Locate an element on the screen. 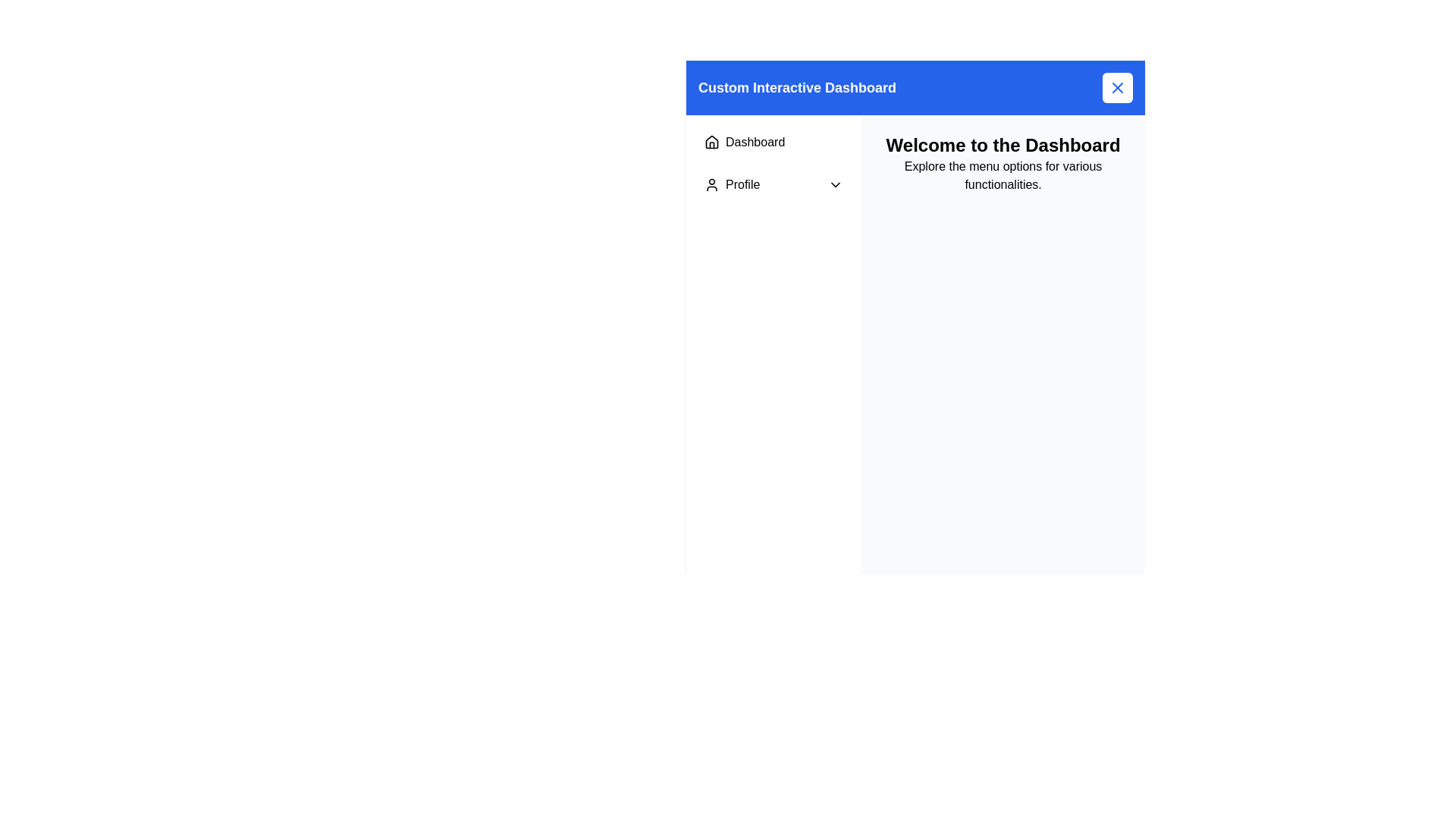  the text element located directly beneath the header 'Welcome to the Dashboard' in the main content area of the dashboard is located at coordinates (1003, 174).